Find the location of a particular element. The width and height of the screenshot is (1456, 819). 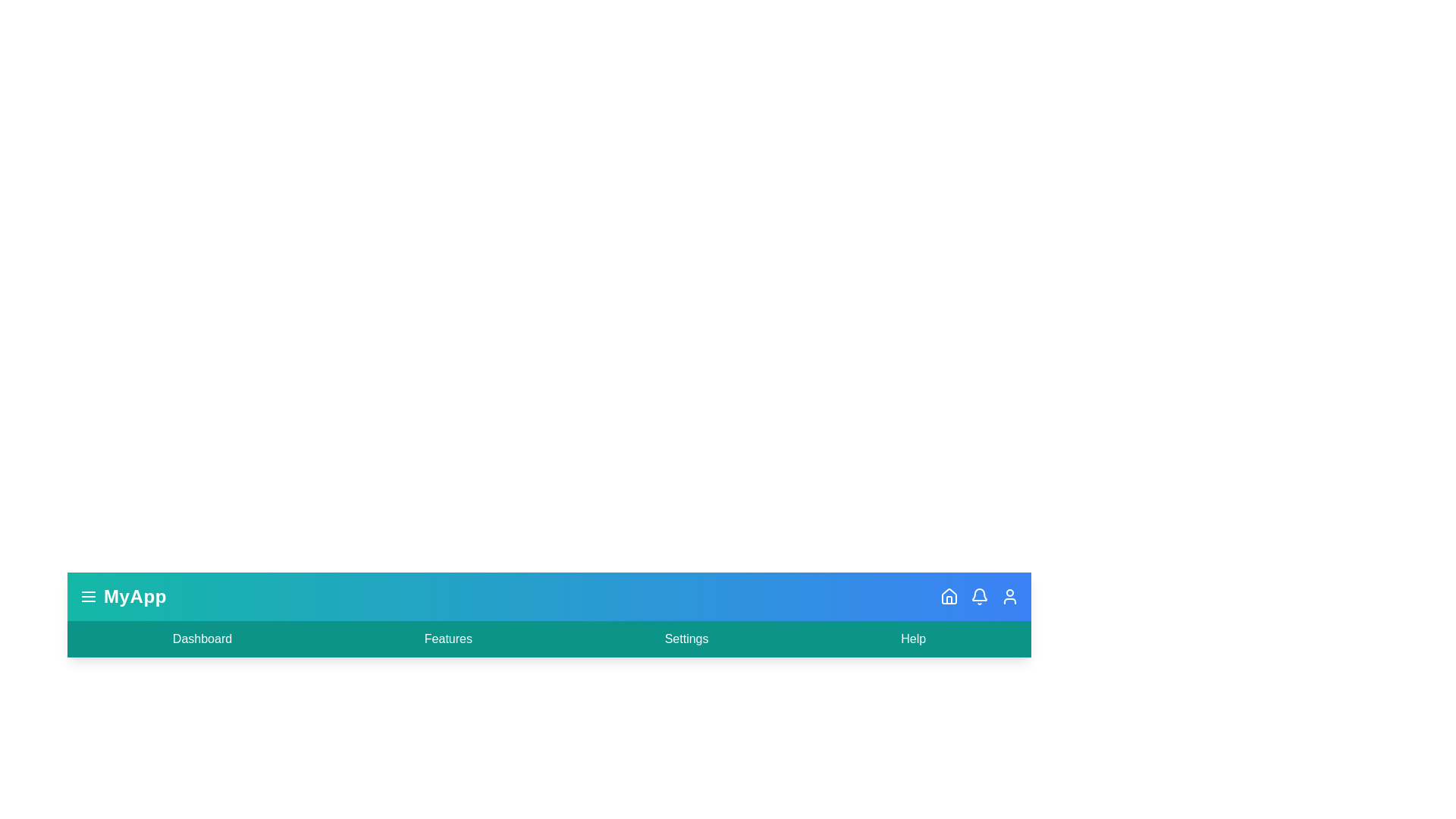

the user icon to view user information is located at coordinates (1009, 595).